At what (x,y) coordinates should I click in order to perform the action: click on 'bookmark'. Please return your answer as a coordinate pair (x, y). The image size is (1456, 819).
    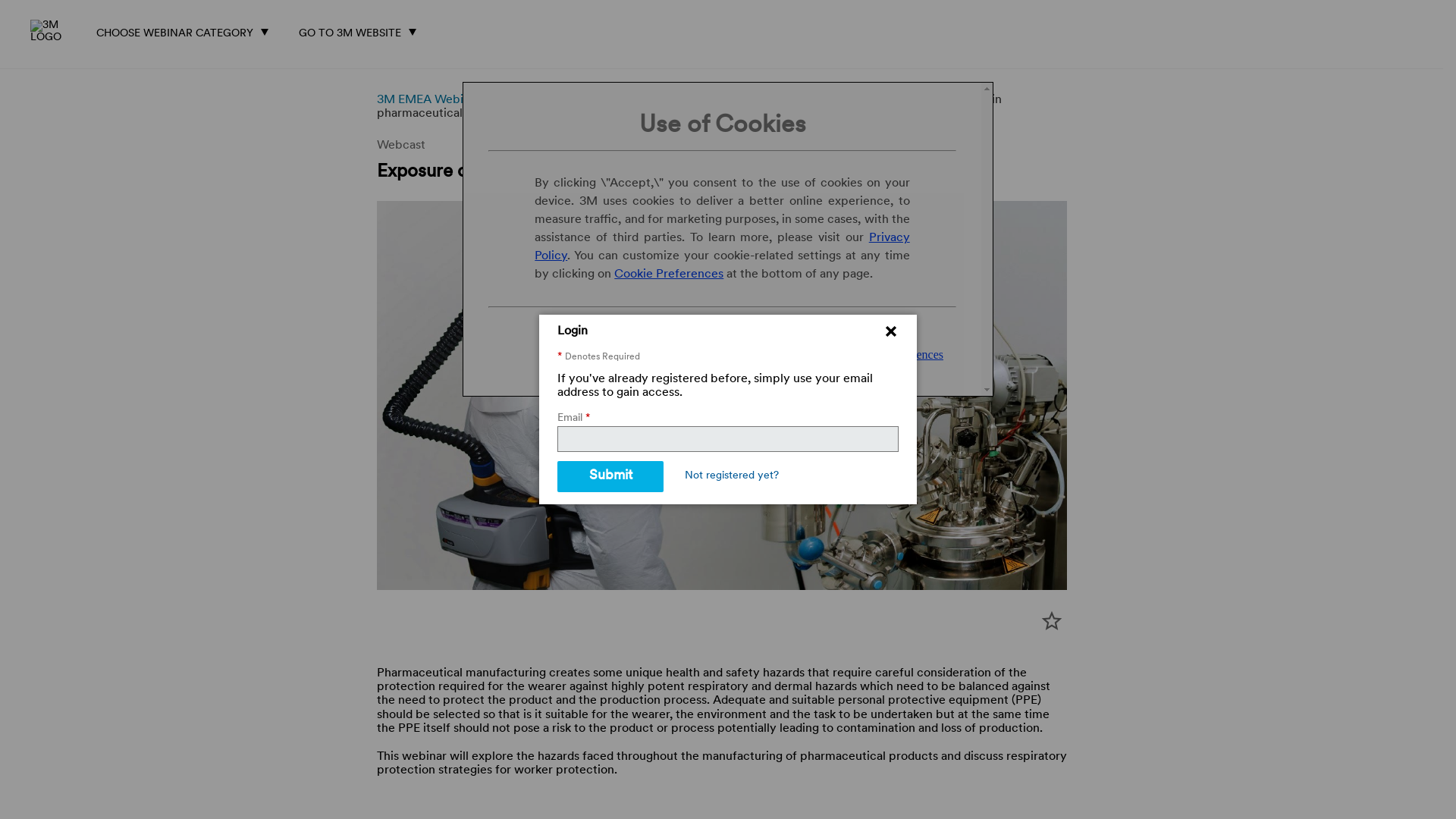
    Looking at the image, I should click on (1050, 620).